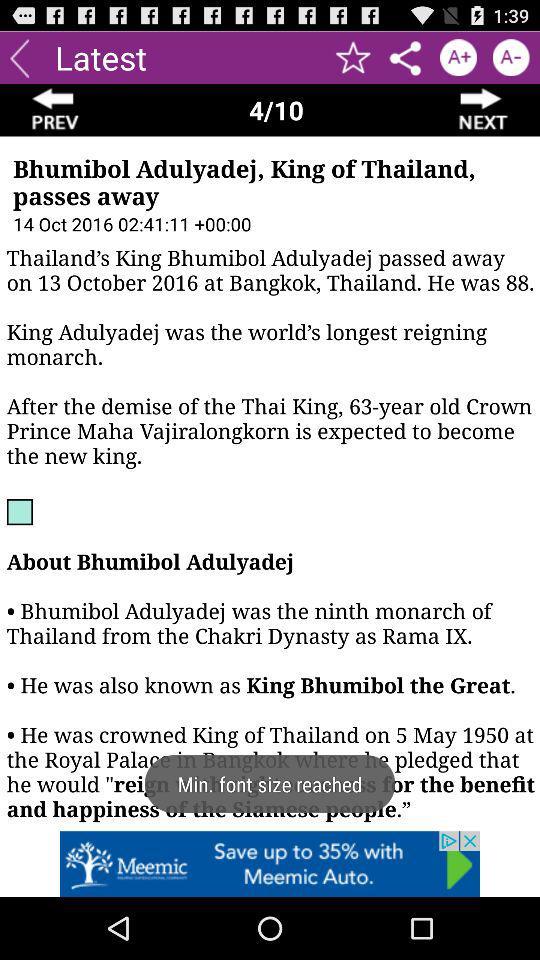  I want to click on advertisement page, so click(270, 863).